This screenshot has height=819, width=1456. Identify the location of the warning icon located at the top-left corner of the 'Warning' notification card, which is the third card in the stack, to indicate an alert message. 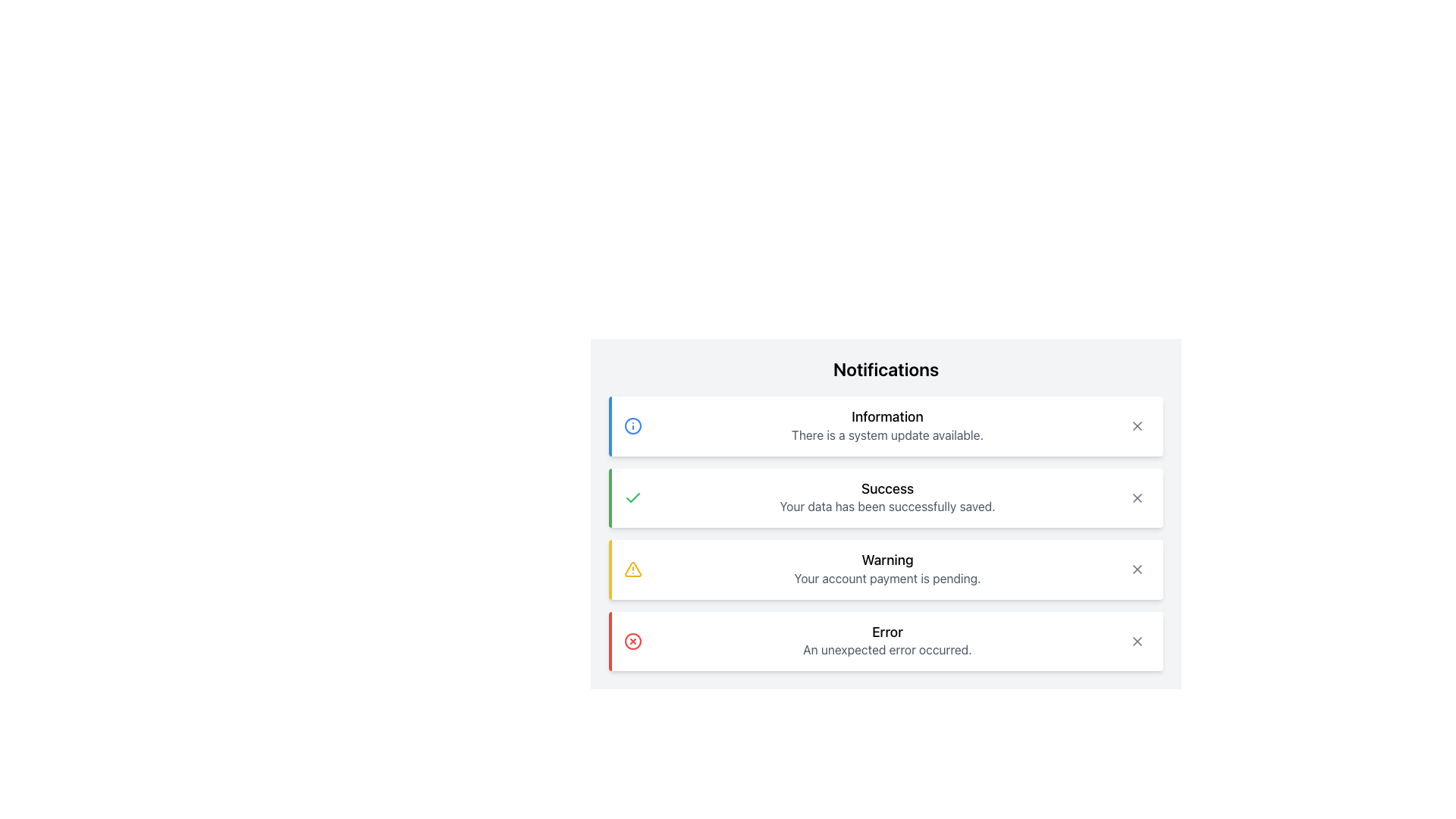
(633, 570).